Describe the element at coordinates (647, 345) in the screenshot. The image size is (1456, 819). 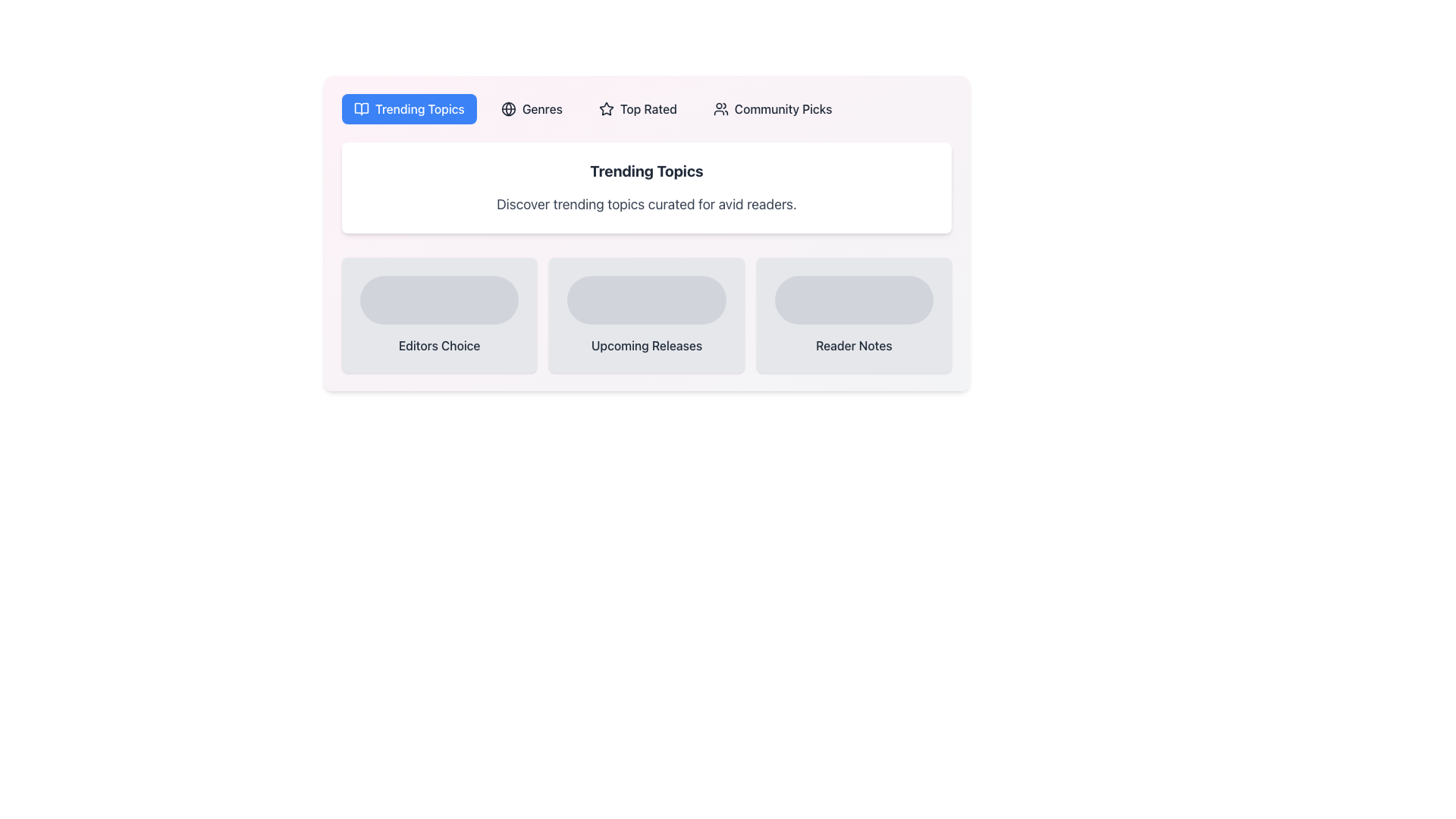
I see `the 'Upcoming Releases' textual label, which is displayed in dark gray on a light background, centrally positioned beneath a rounded graphical placeholder within the central card of three horizontally arranged cards` at that location.